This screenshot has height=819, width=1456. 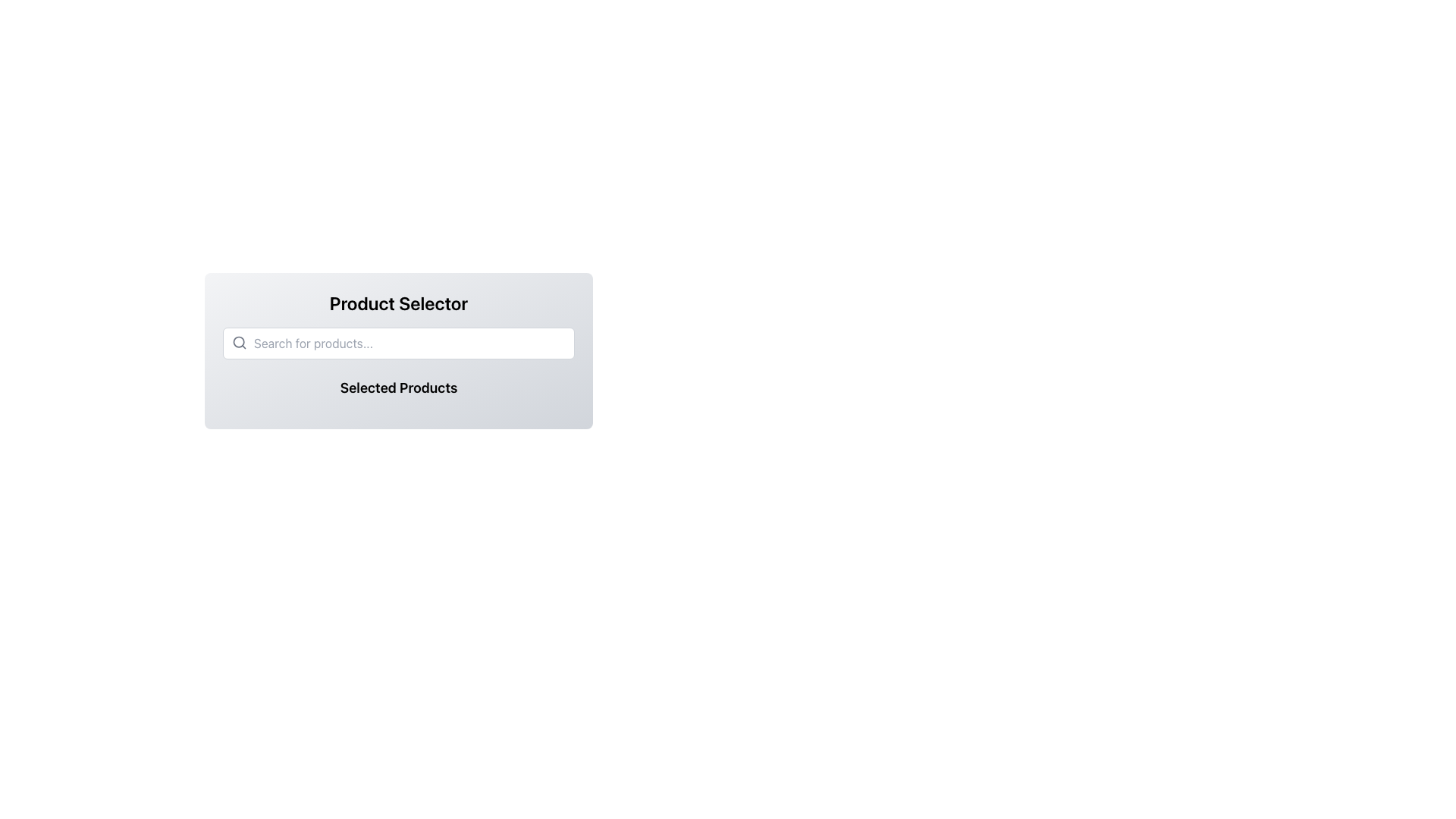 What do you see at coordinates (399, 388) in the screenshot?
I see `the informational text label located below the 'Product Selector' header and above the product display section` at bounding box center [399, 388].